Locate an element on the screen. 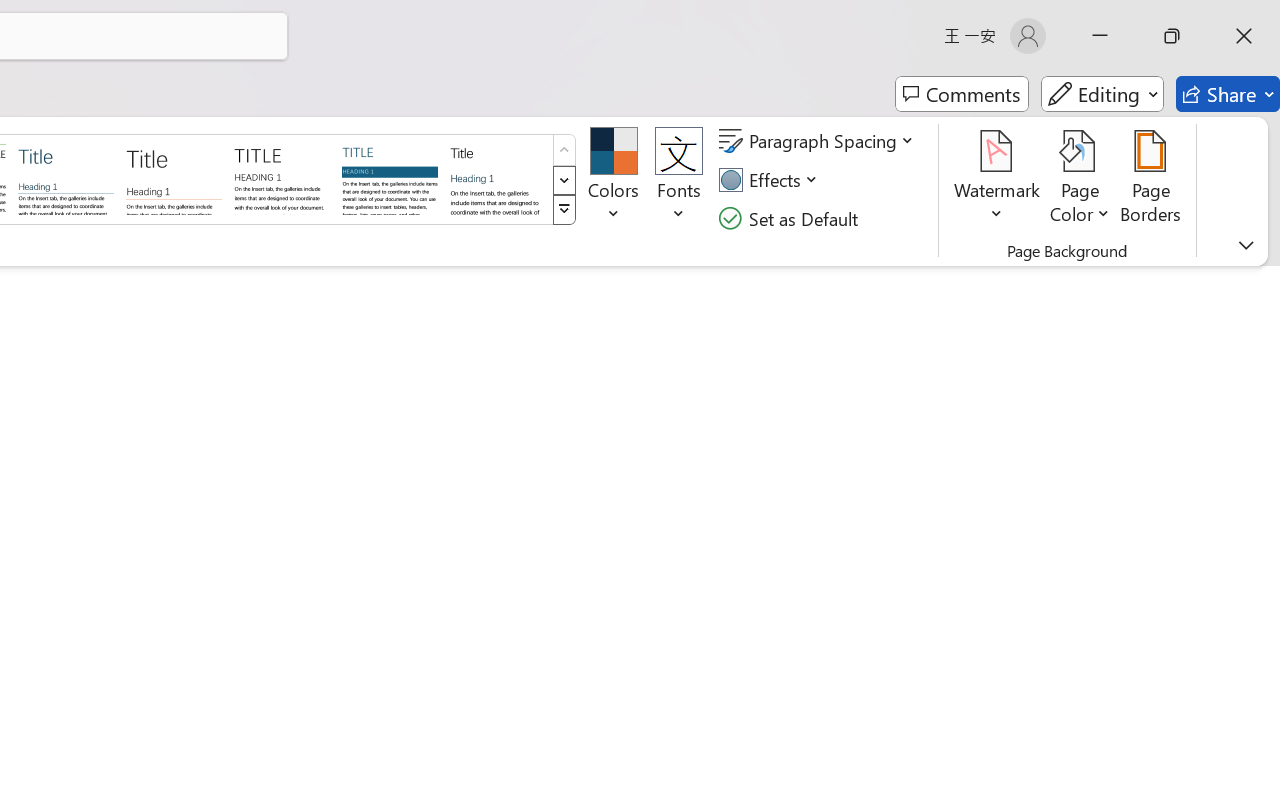  'Row up' is located at coordinates (563, 150).